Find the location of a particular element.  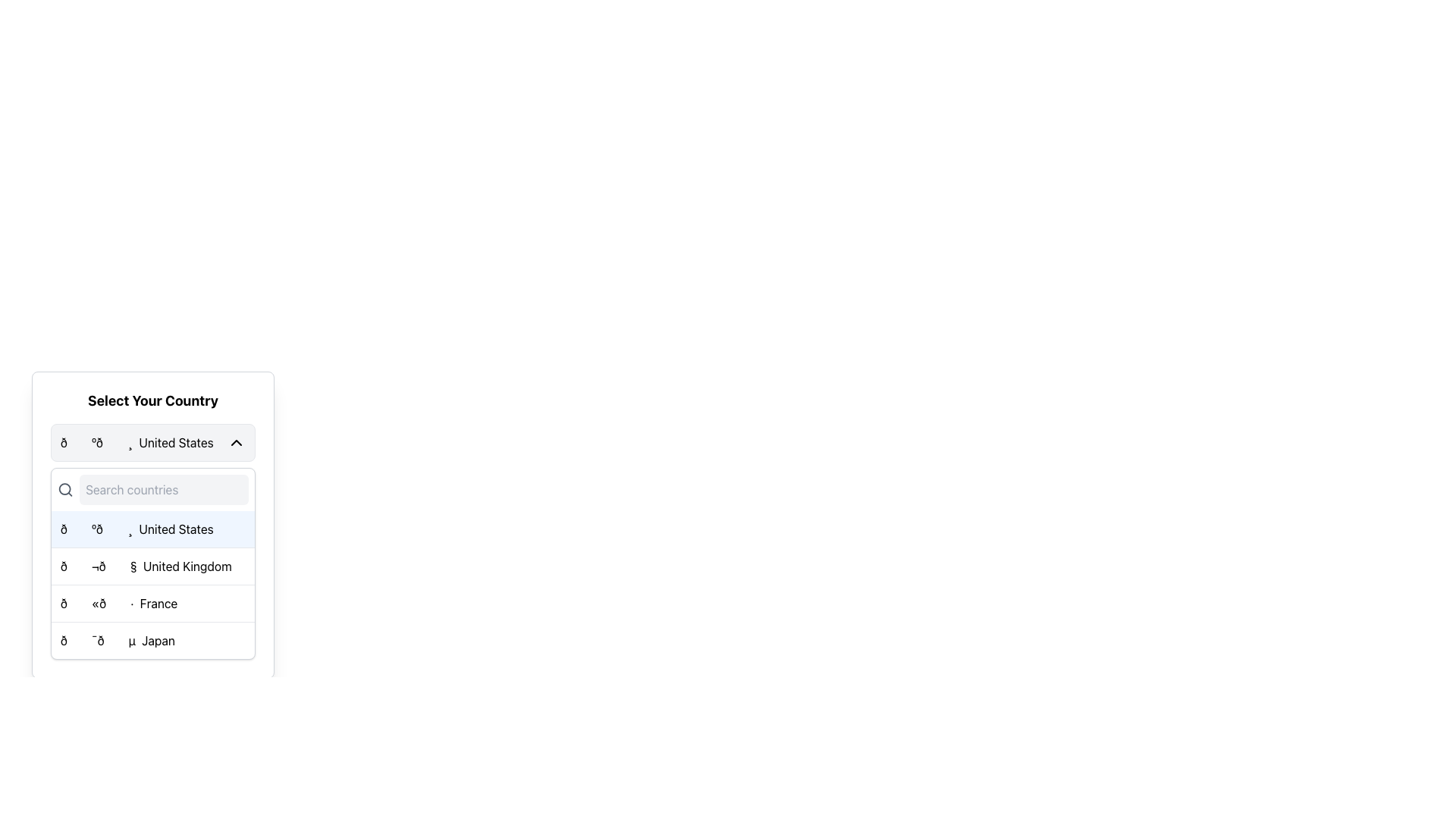

the dropdown toggle icon located to the right of the 'United States' text is located at coordinates (236, 442).